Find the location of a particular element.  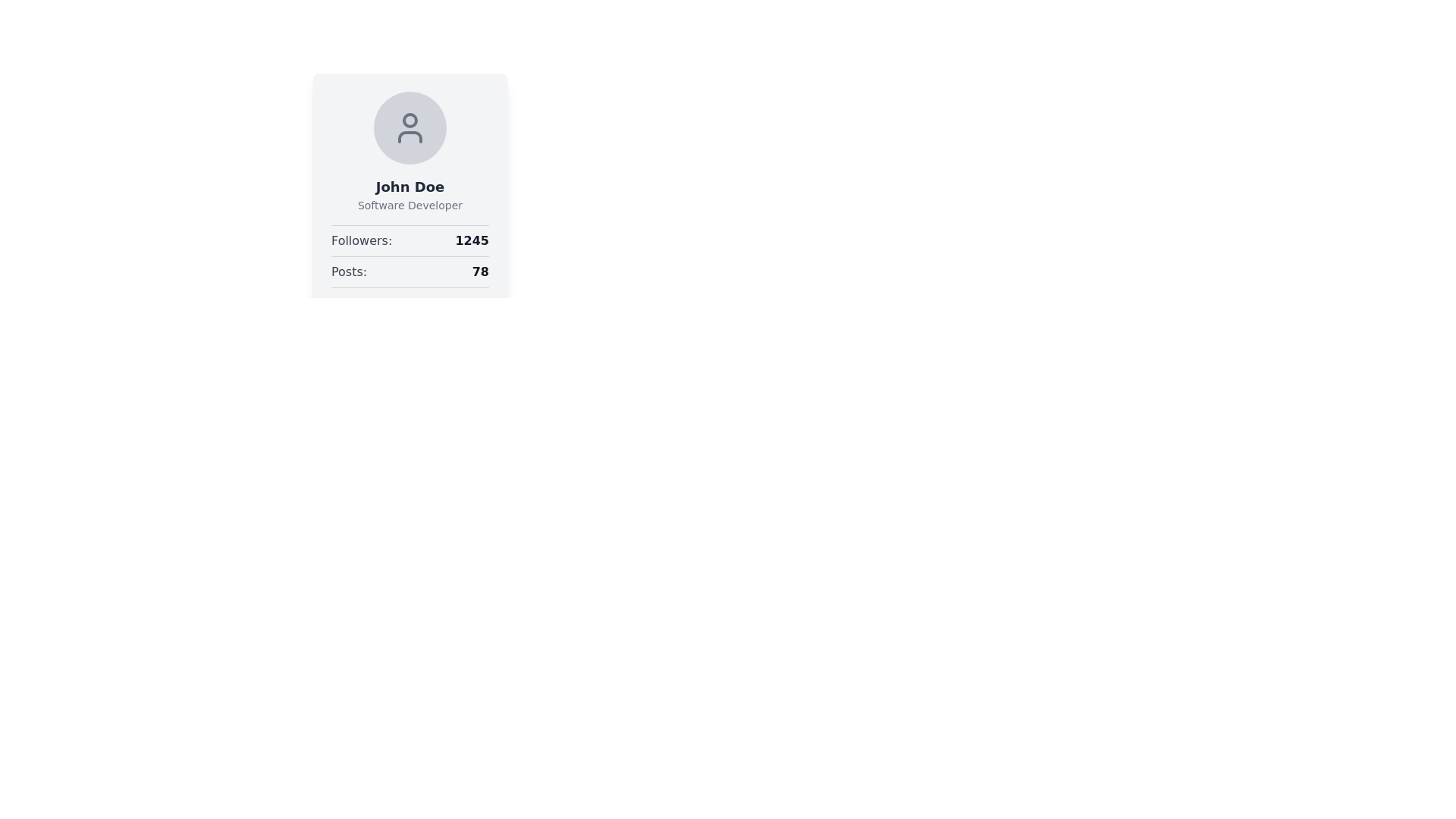

the Profile summary block displaying the name 'John Doe' and the subtitle 'Software Developer' is located at coordinates (410, 152).